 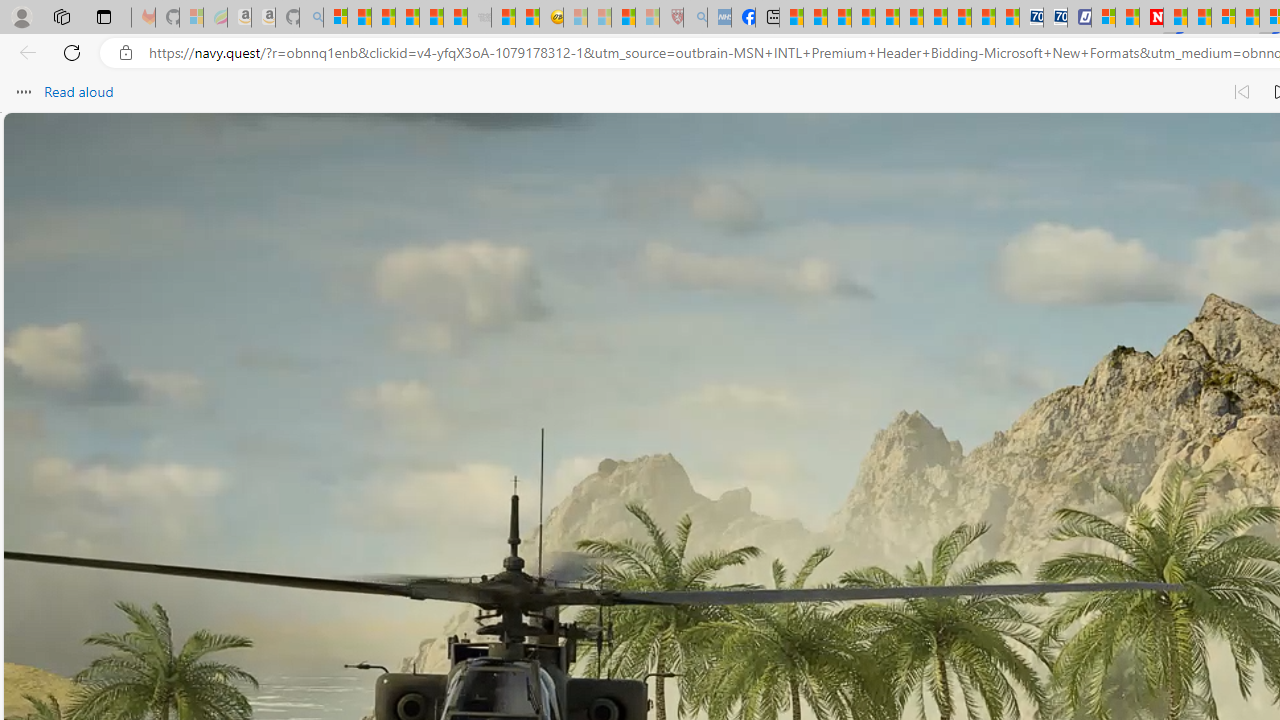 What do you see at coordinates (384, 17) in the screenshot?
I see `'The Weather Channel - MSN'` at bounding box center [384, 17].